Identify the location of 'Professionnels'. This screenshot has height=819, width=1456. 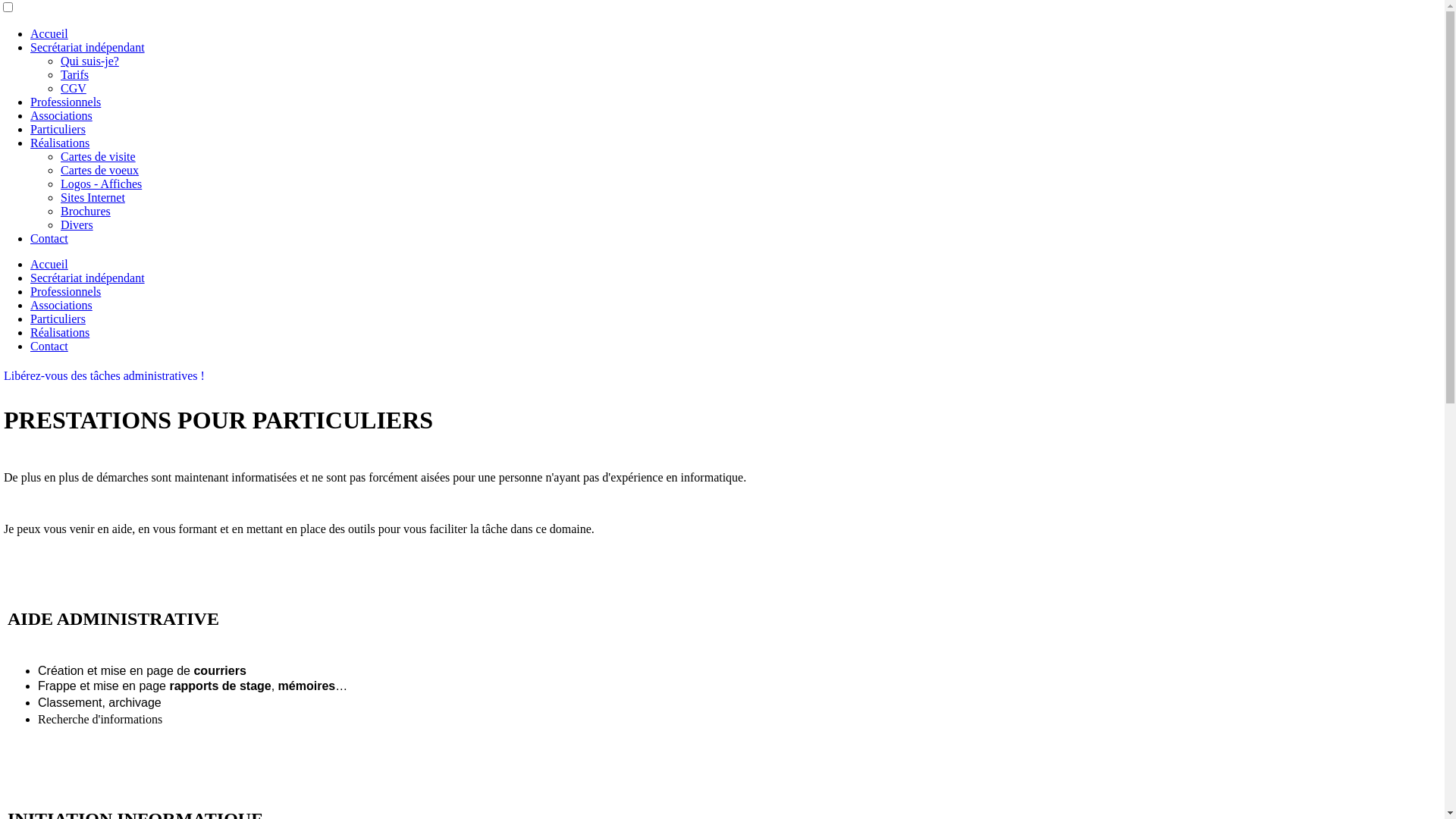
(30, 102).